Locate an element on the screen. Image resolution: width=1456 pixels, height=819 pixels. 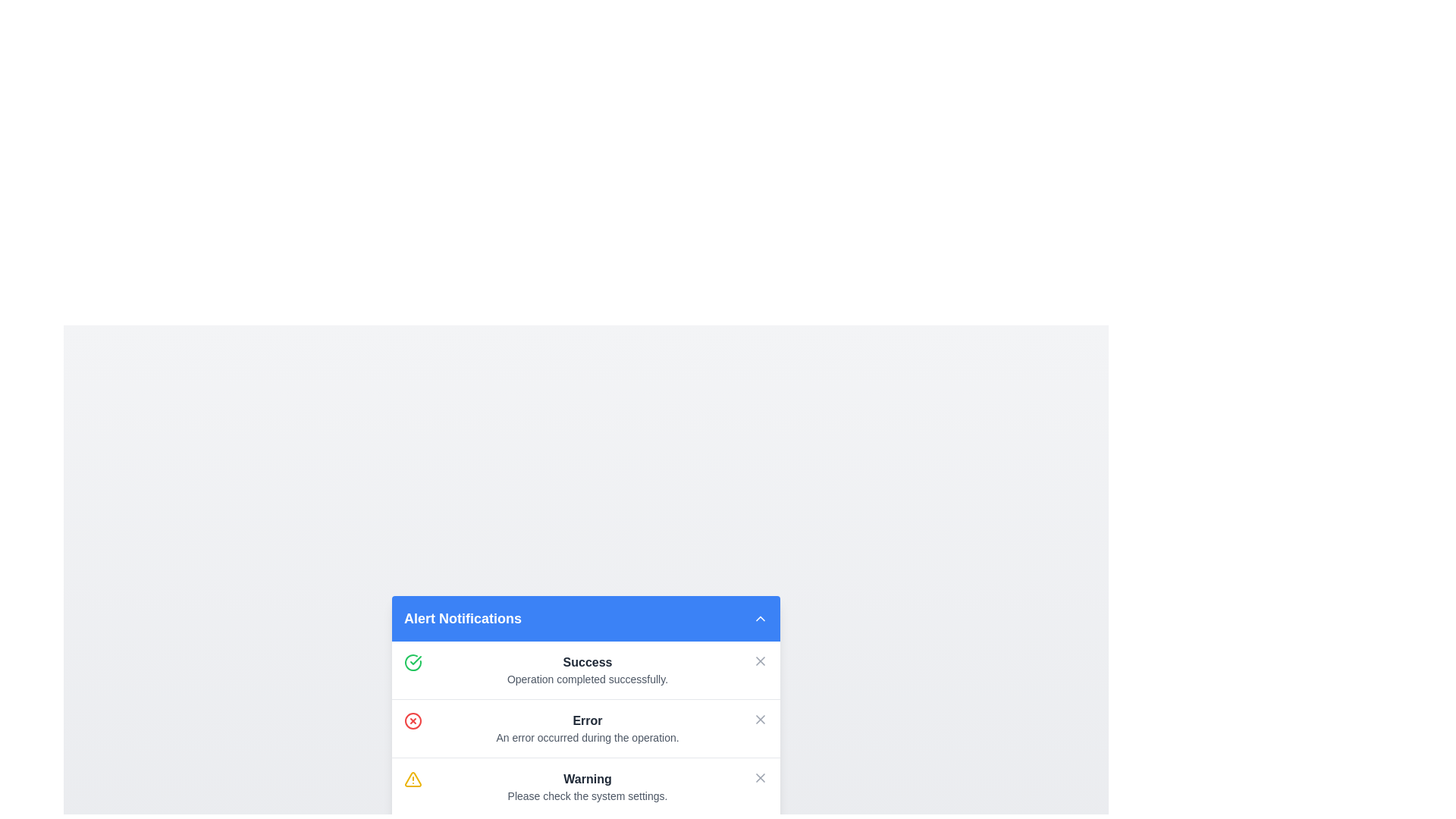
the notification message titled 'Error' to read the message details about the operation failure is located at coordinates (585, 727).